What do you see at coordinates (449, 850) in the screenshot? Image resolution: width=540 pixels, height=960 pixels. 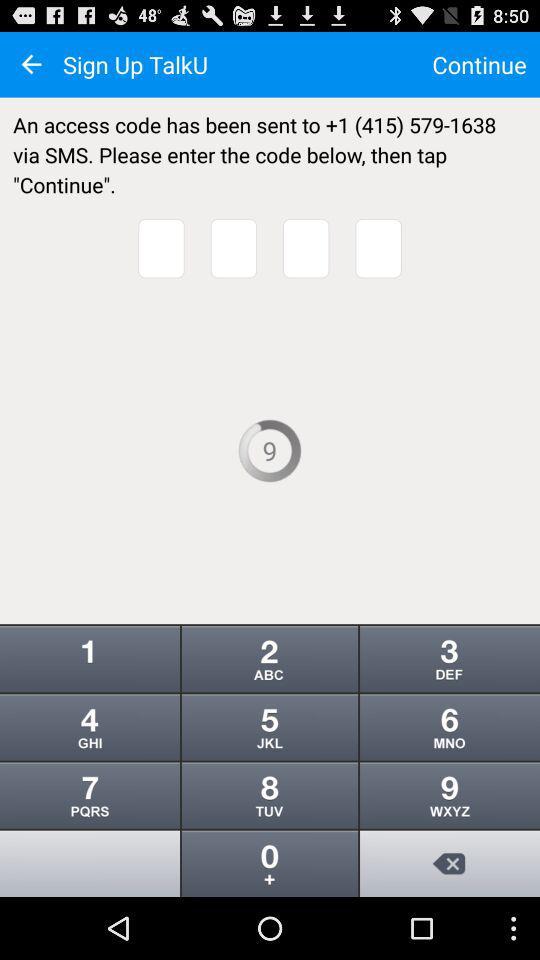 I see `the more icon` at bounding box center [449, 850].